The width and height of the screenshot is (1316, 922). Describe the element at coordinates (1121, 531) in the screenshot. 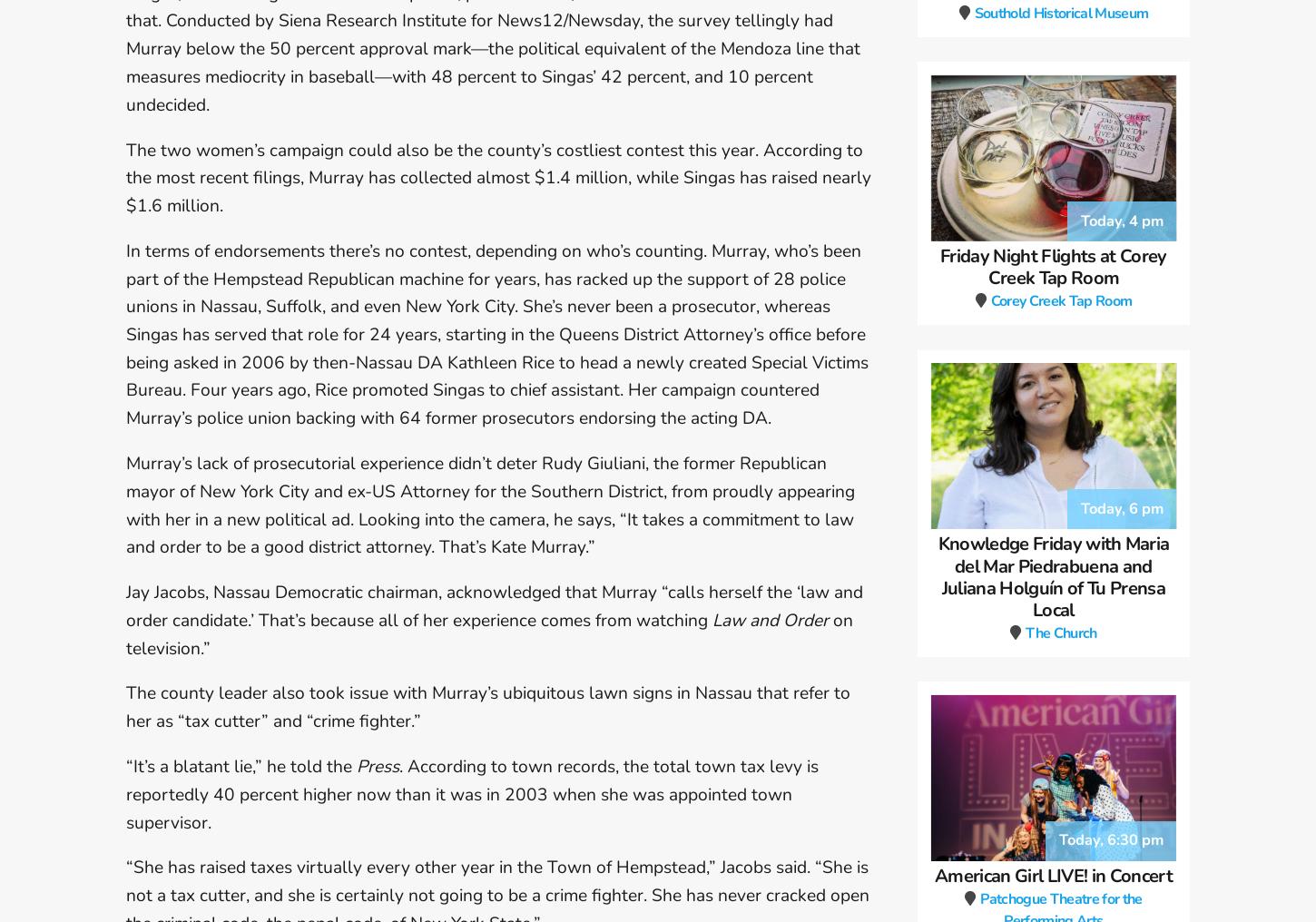

I see `'Today, 6 pm'` at that location.